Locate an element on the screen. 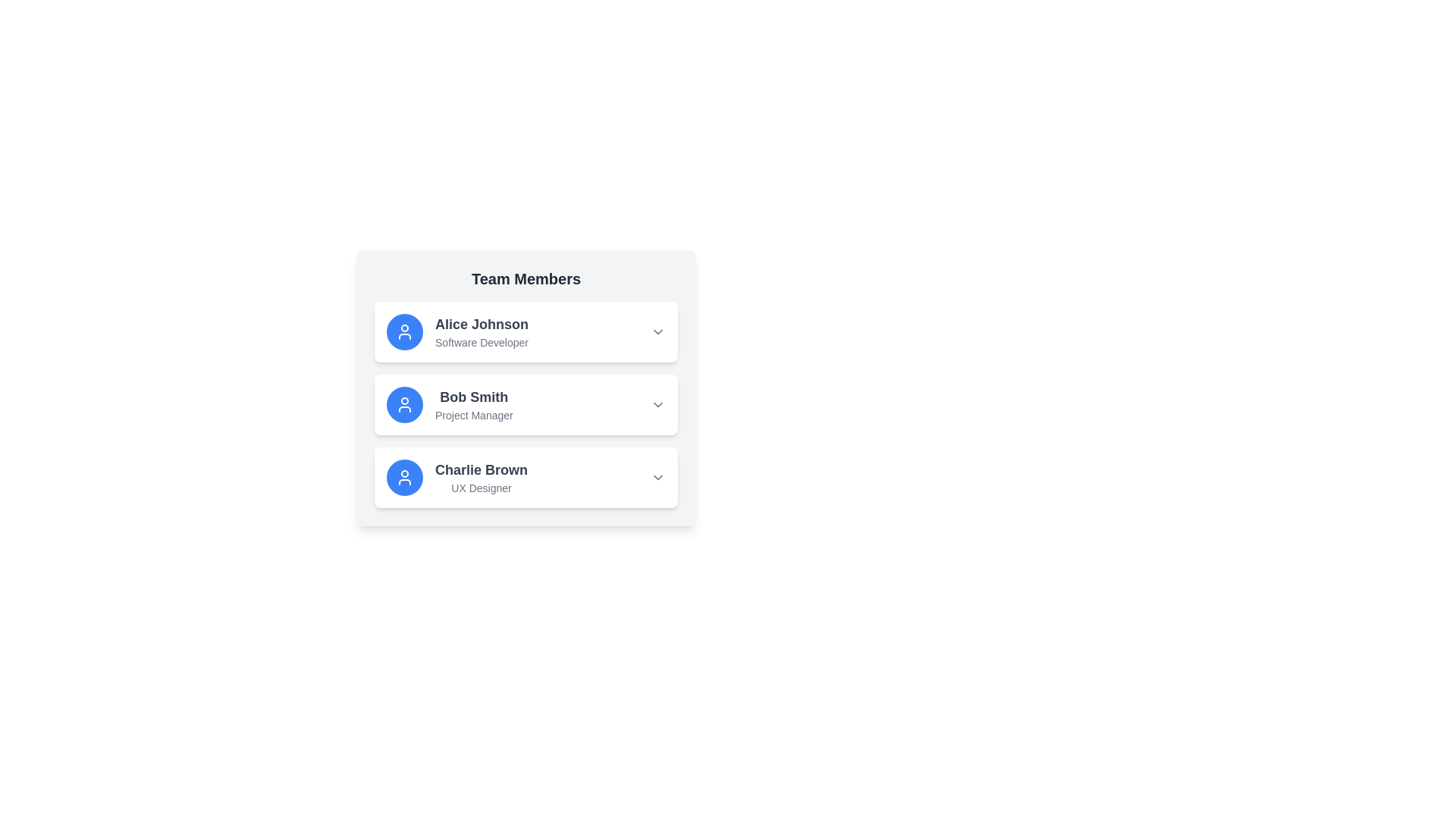  the Text block displaying team member 'Bob Smith' and their role 'Project Manager', located in the 'Team Members' section, below 'Alice Johnson' and above 'Charlie Brown' is located at coordinates (473, 403).